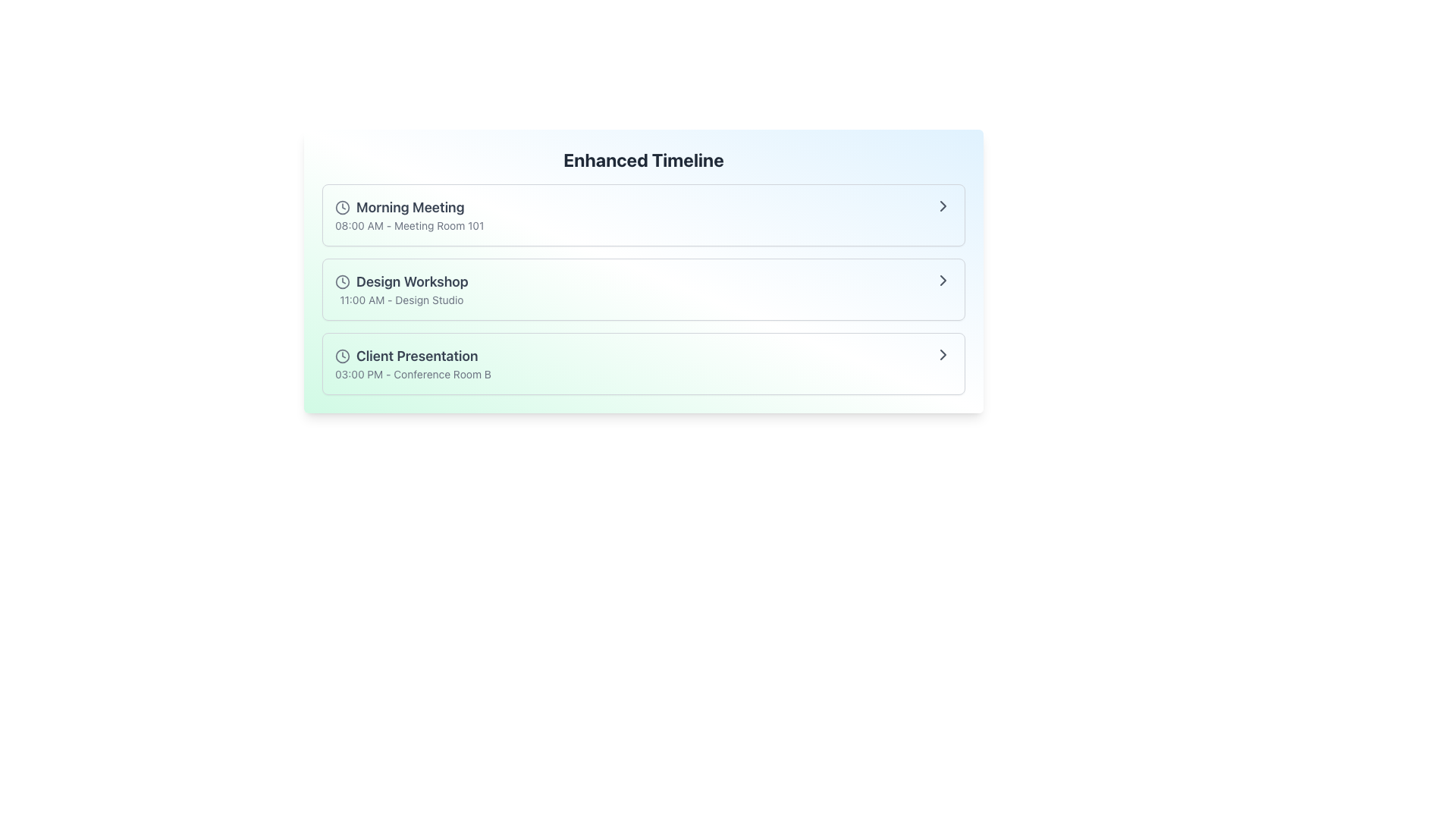 This screenshot has height=819, width=1456. Describe the element at coordinates (942, 281) in the screenshot. I see `the rightmost arrow-shaped button in the 'Design Workshop' entry of the timeline interface` at that location.